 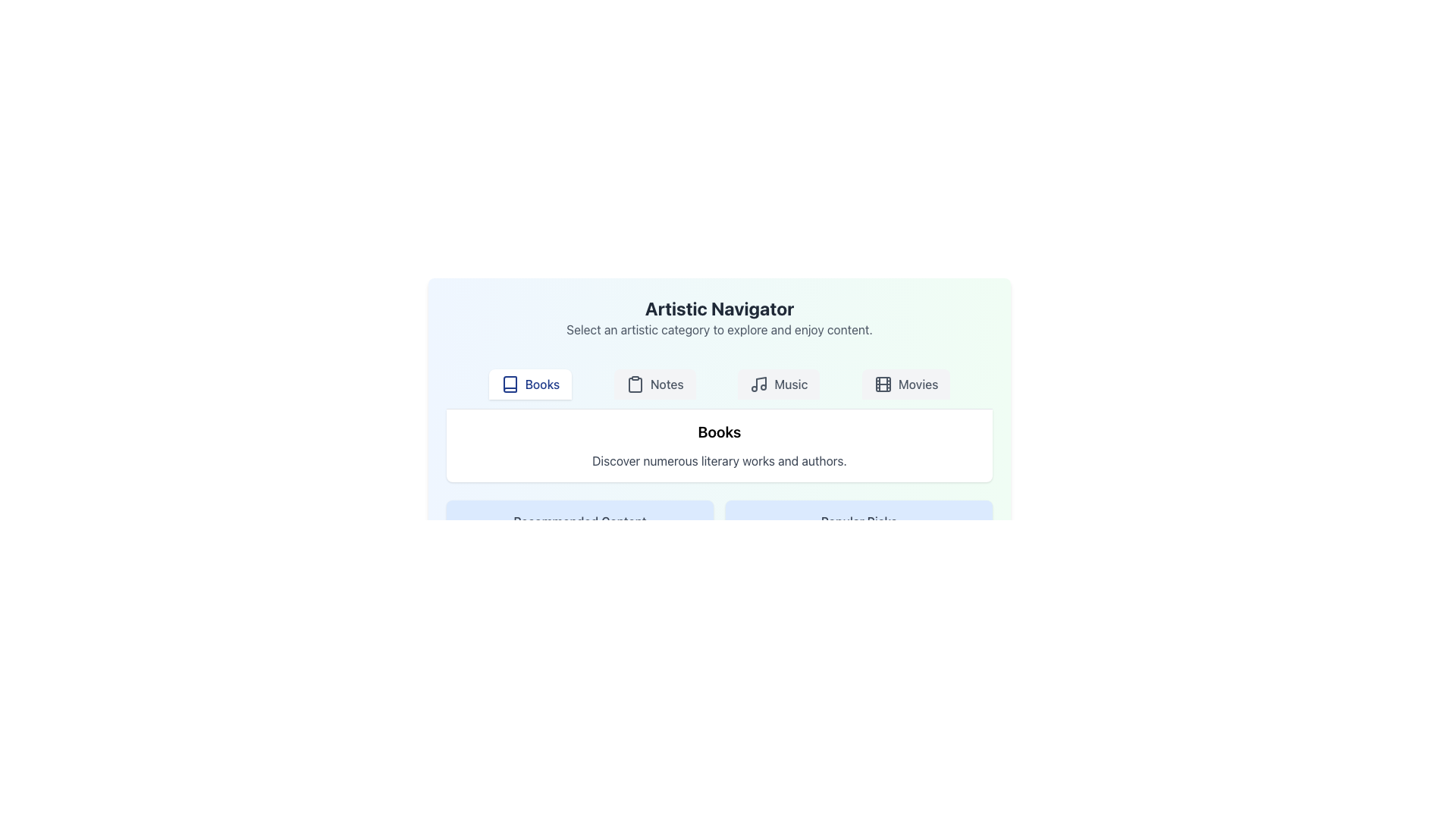 What do you see at coordinates (779, 383) in the screenshot?
I see `the 'Music' button, which features a musical note icon and is the third button in a row of four options labeled 'Books', 'Notes', 'Music', and 'Movies'` at bounding box center [779, 383].